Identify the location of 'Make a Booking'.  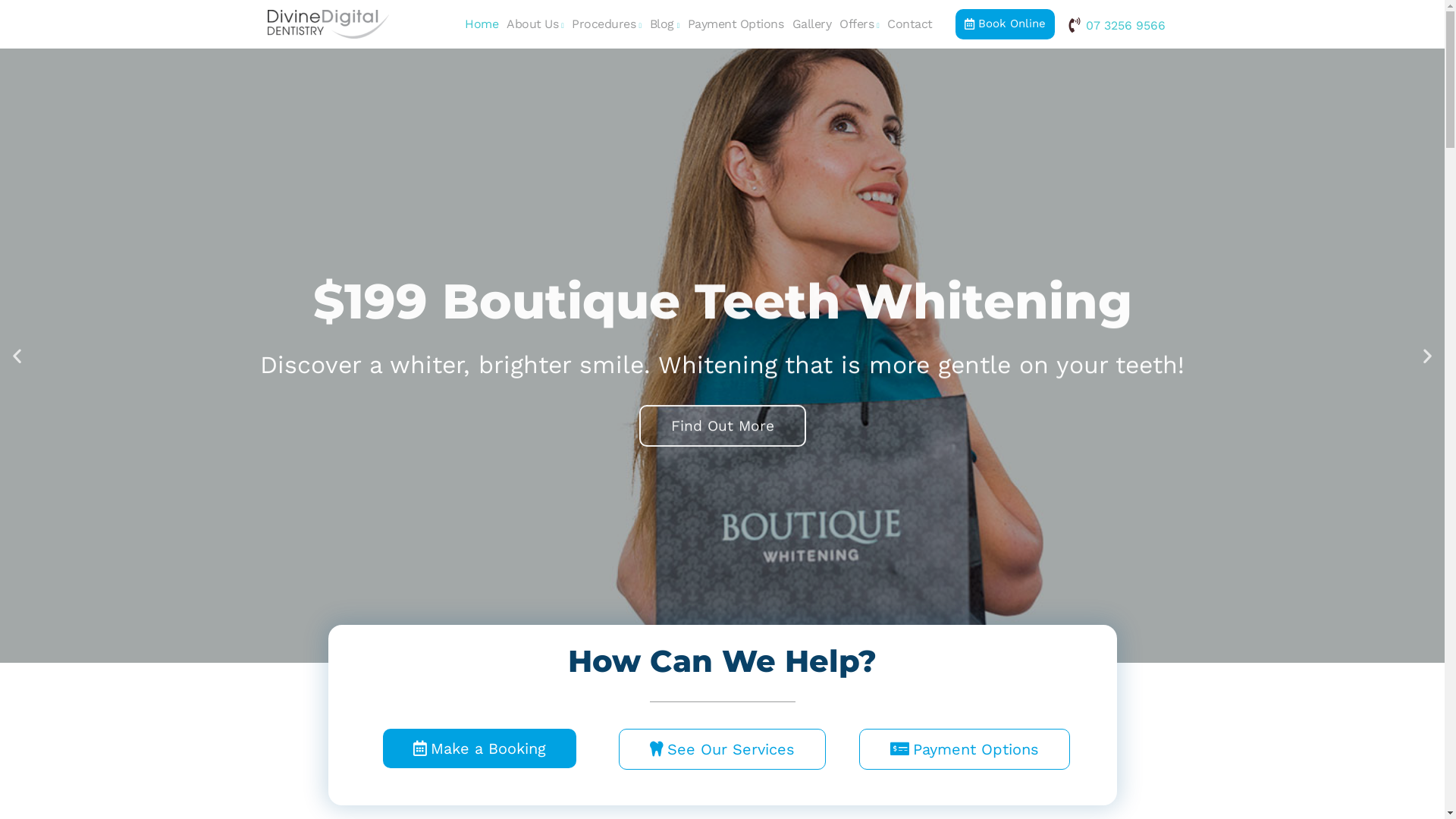
(479, 748).